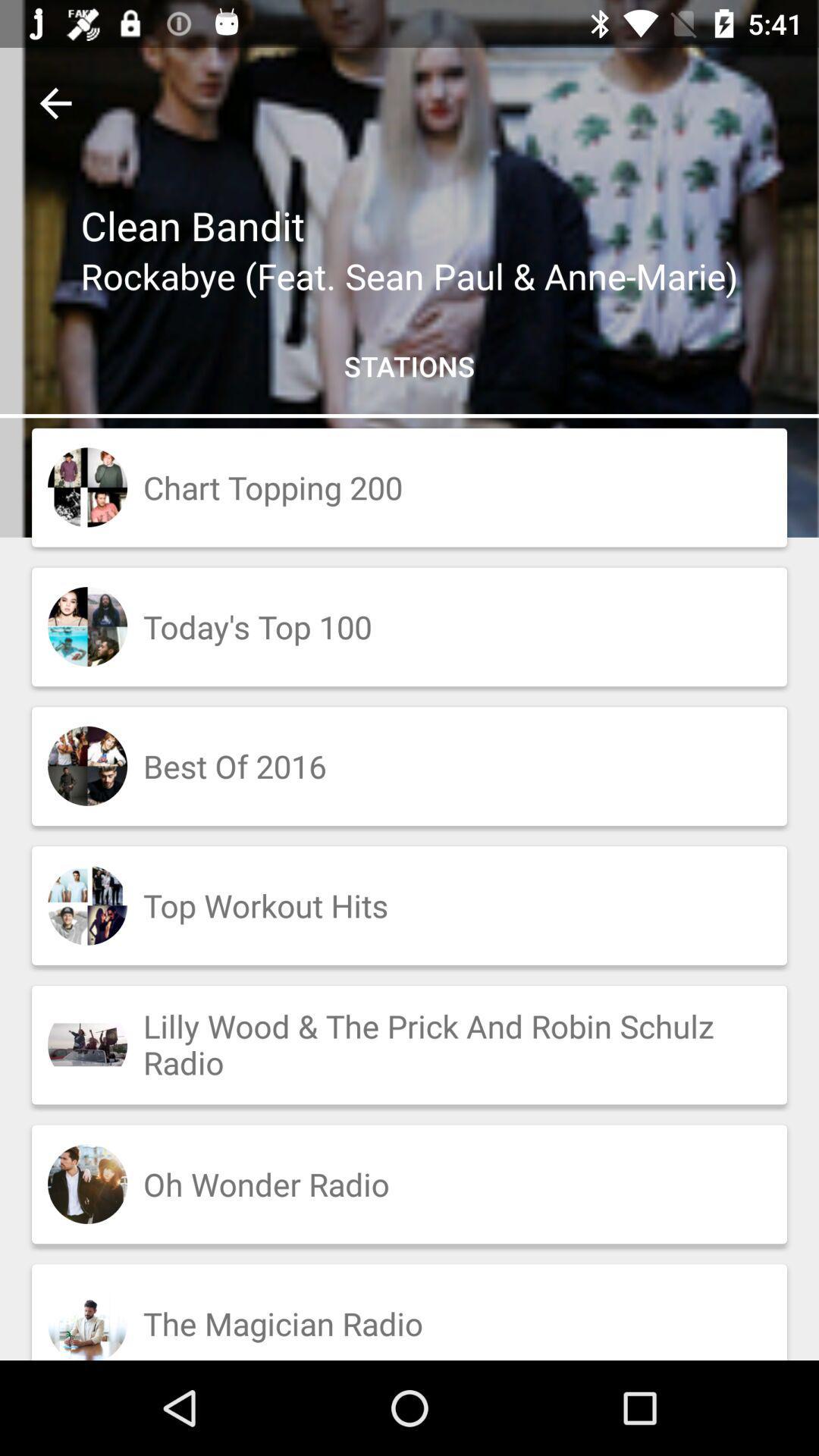 The image size is (819, 1456). I want to click on the last image of the bottom left corner, so click(87, 1321).